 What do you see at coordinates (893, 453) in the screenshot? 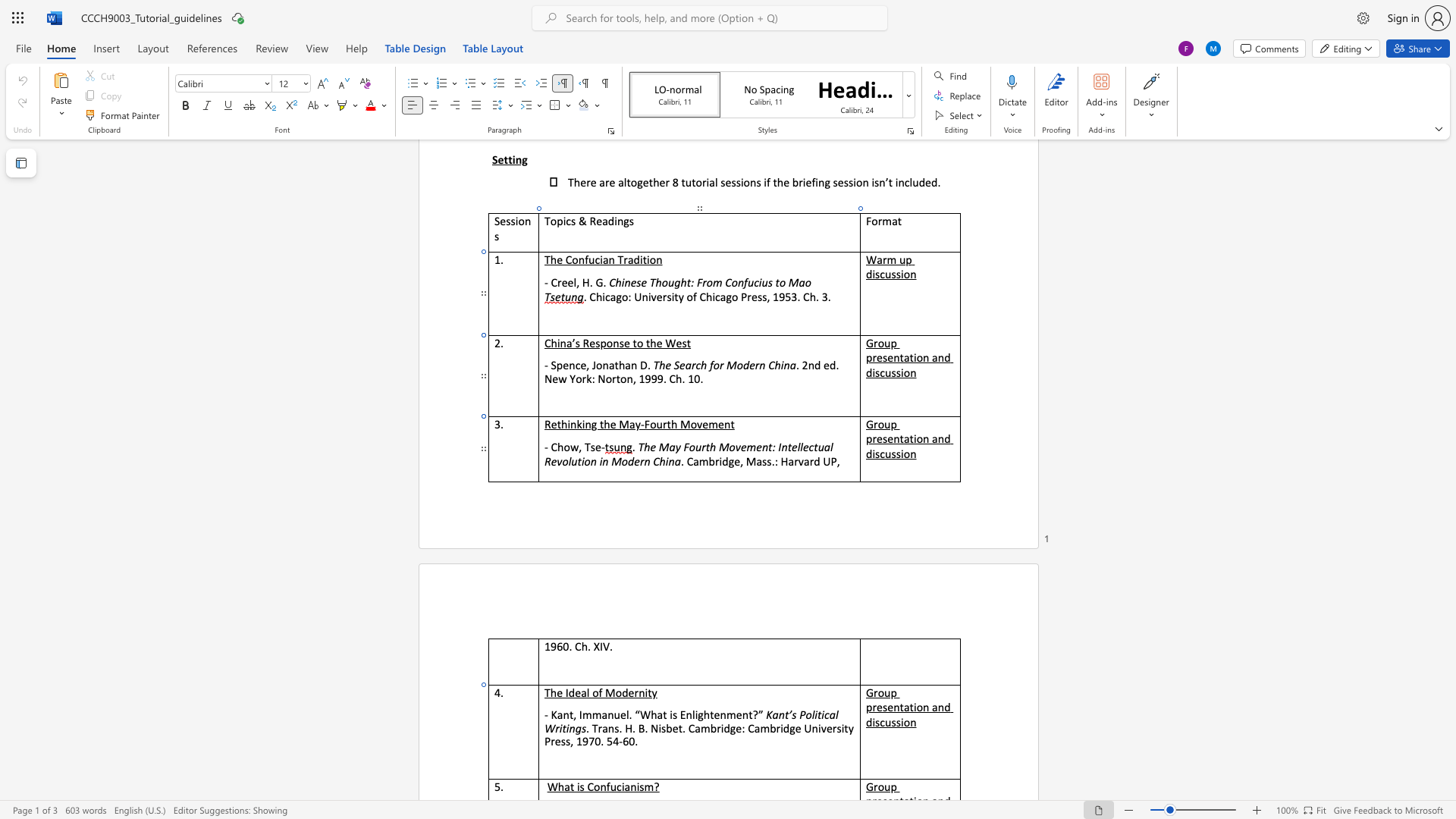
I see `the 3th character "s" in the text` at bounding box center [893, 453].